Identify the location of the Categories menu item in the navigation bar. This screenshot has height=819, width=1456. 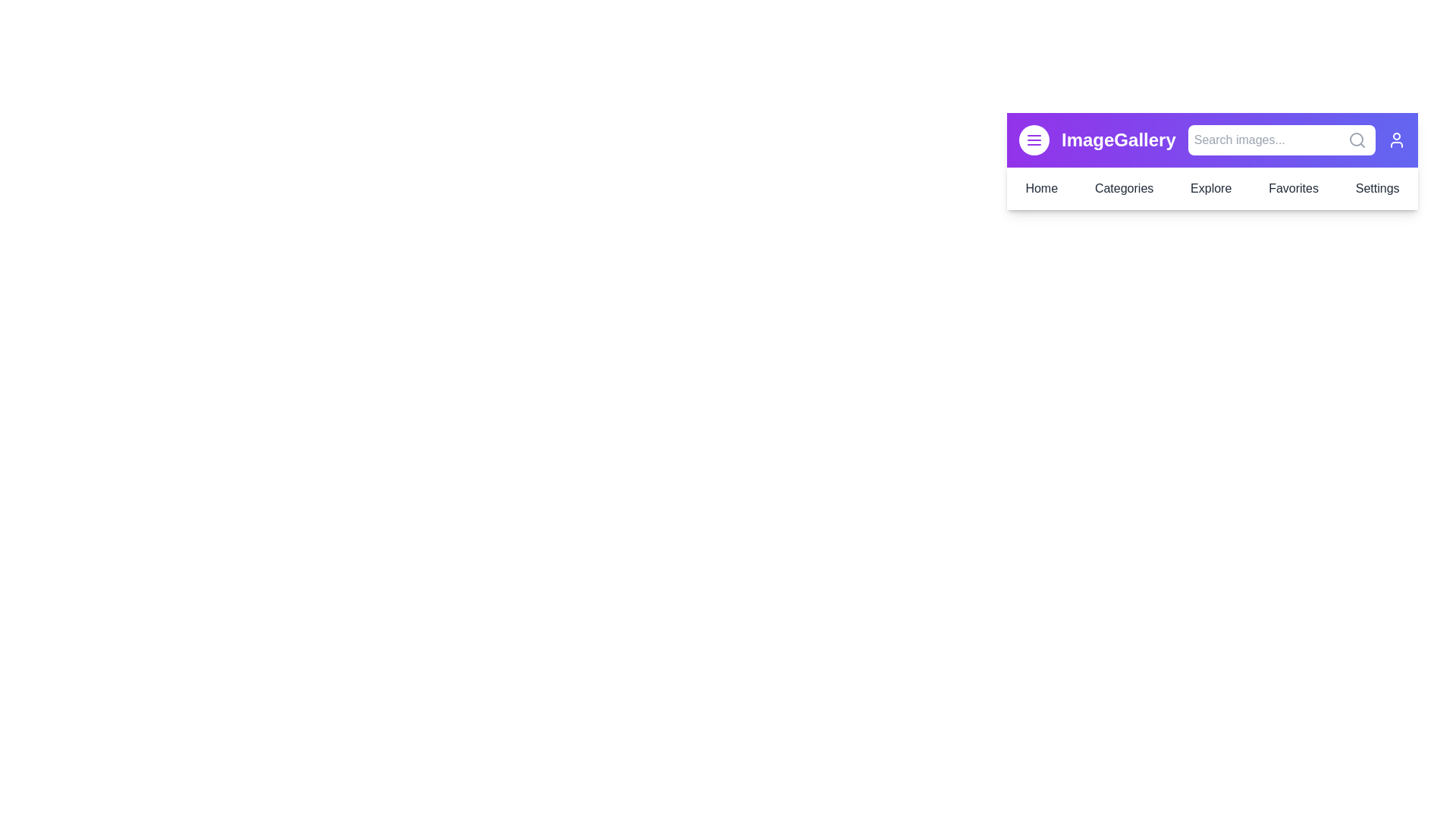
(1124, 188).